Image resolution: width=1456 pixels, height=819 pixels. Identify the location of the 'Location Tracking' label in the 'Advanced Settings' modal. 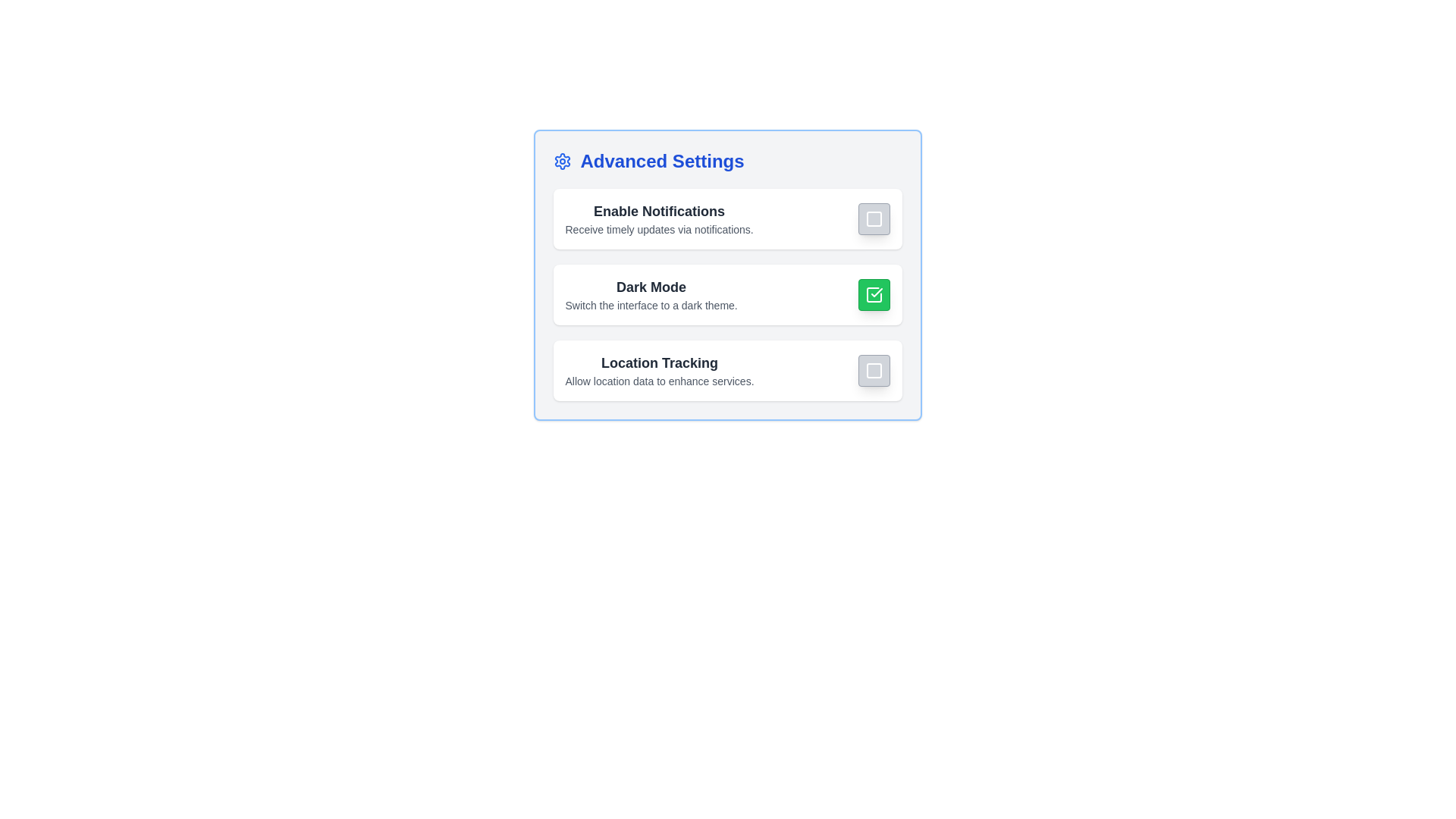
(659, 362).